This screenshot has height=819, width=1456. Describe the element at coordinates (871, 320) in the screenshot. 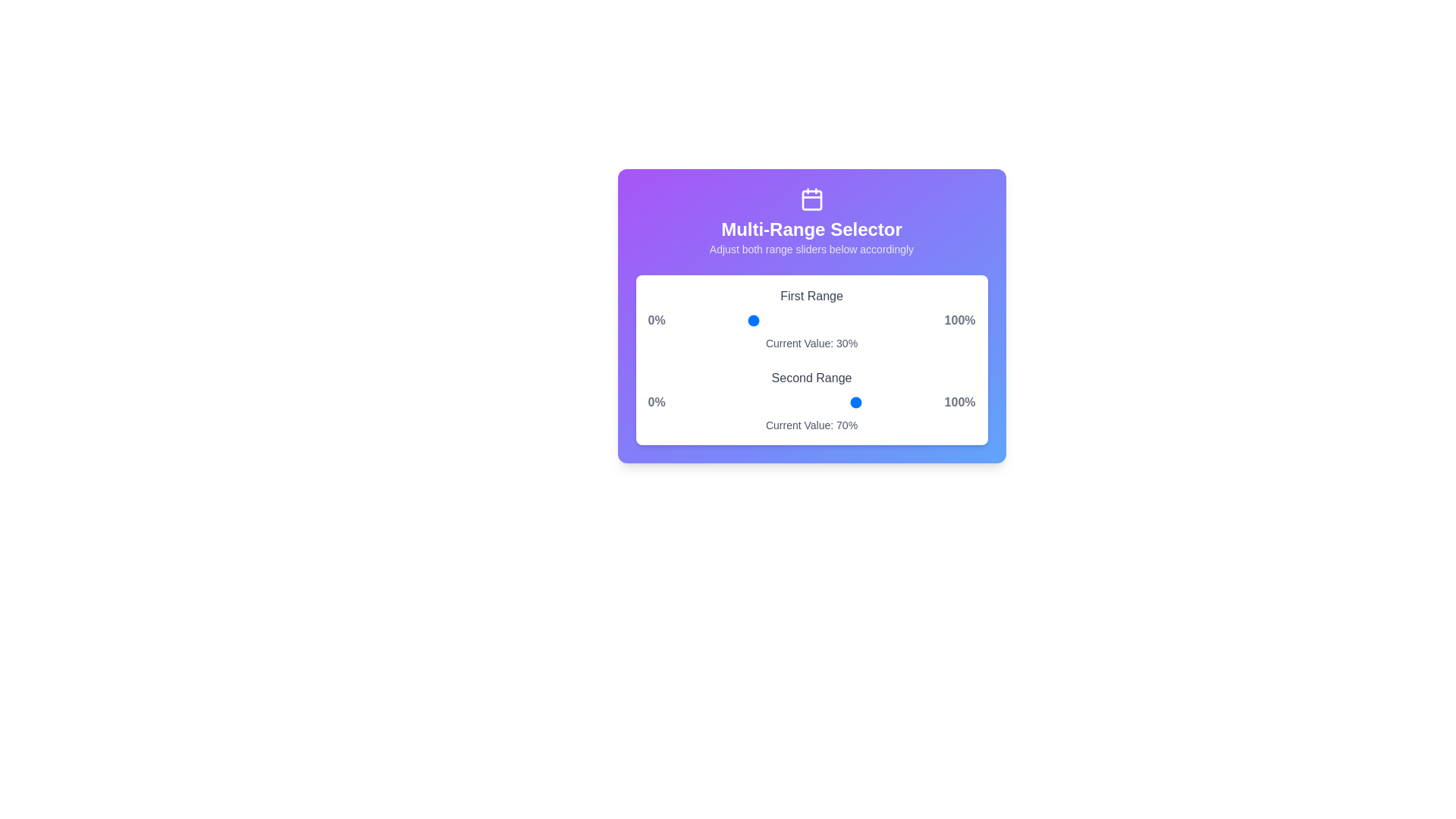

I see `the first range slider value` at that location.